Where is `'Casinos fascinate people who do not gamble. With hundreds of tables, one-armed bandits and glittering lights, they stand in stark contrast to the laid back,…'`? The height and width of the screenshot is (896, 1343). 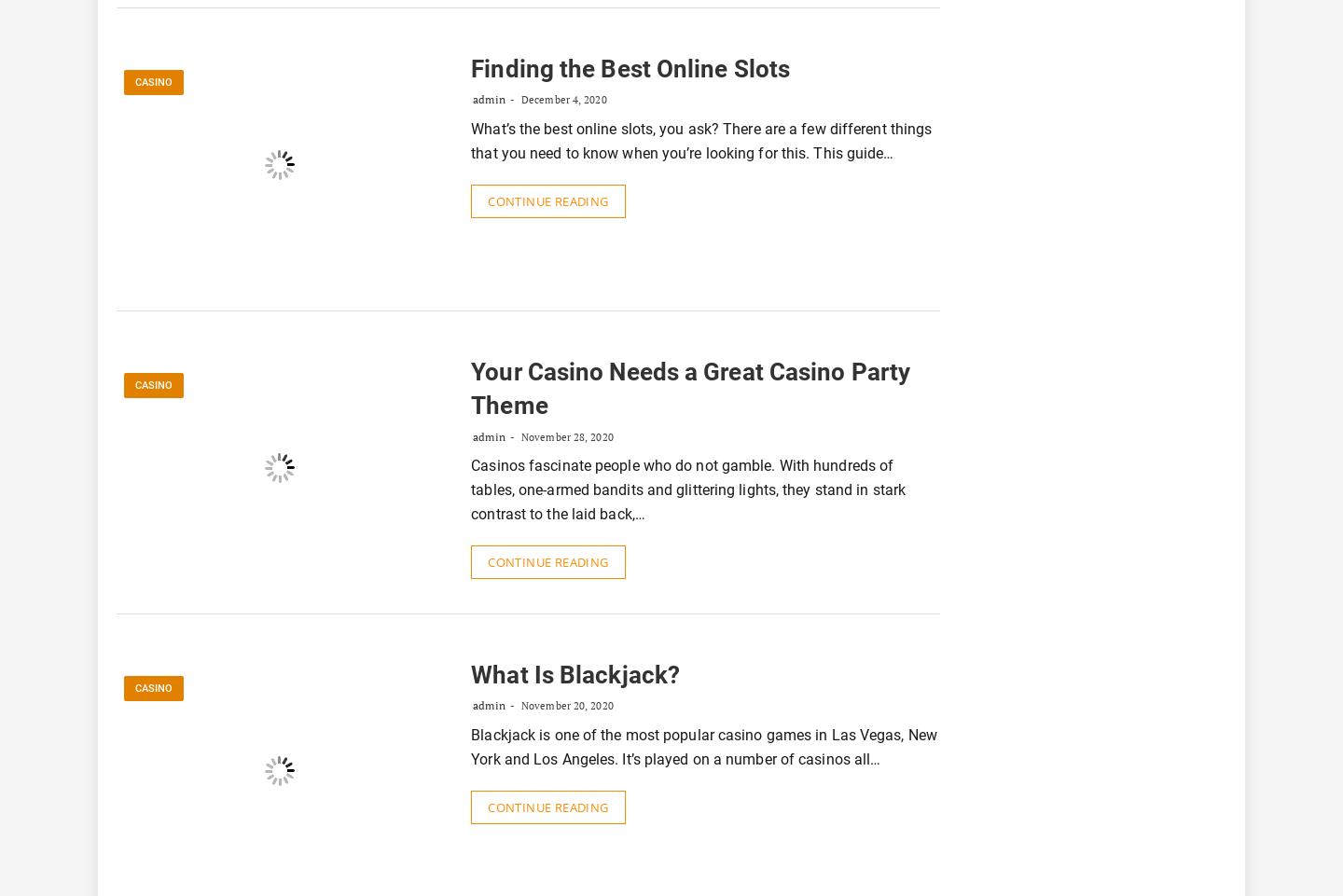
'Casinos fascinate people who do not gamble. With hundreds of tables, one-armed bandits and glittering lights, they stand in stark contrast to the laid back,…' is located at coordinates (686, 489).